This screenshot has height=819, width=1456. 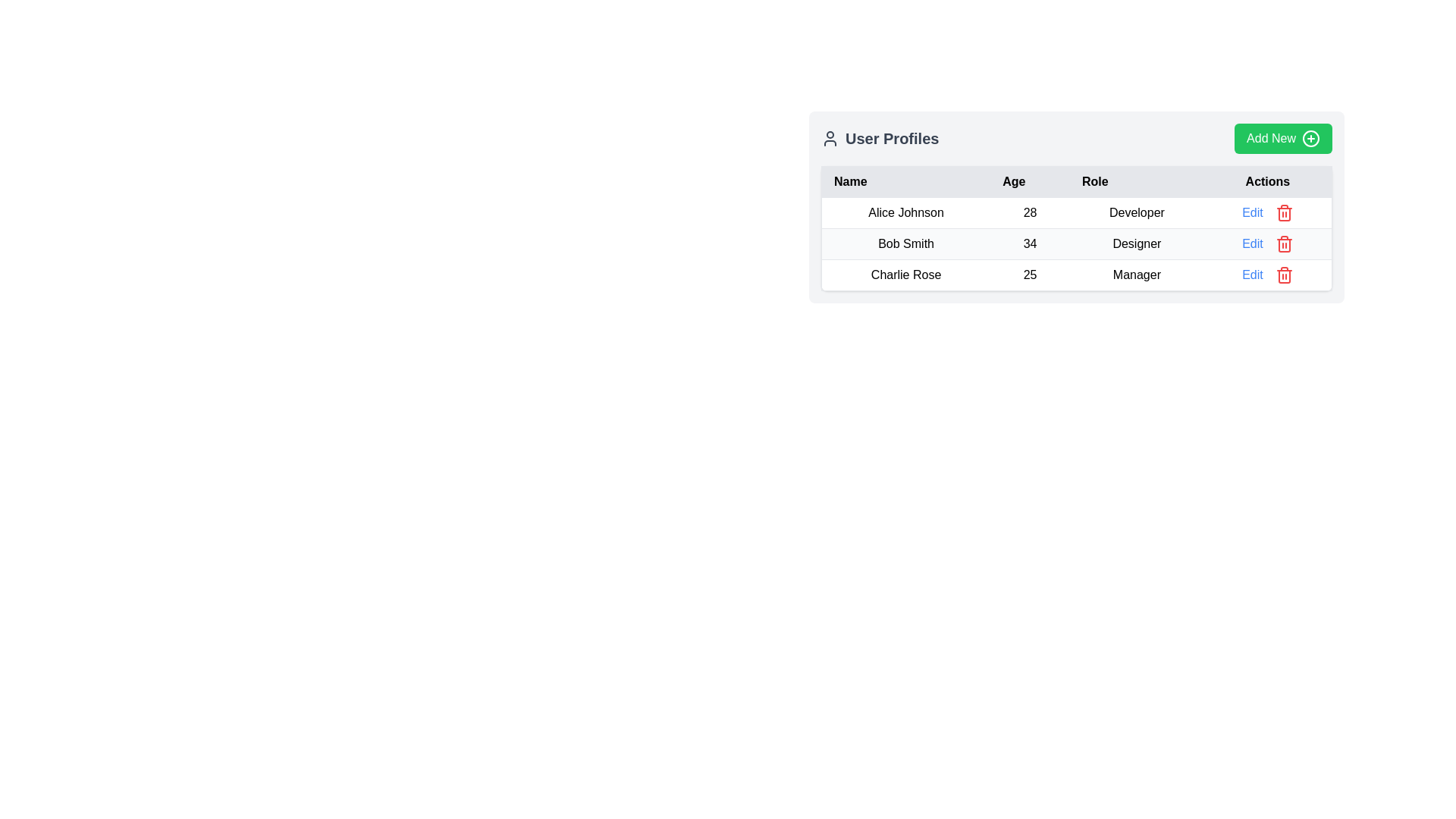 I want to click on the text label displaying the name 'Alice Johnson' in the first row of the User Profiles table, so click(x=905, y=213).